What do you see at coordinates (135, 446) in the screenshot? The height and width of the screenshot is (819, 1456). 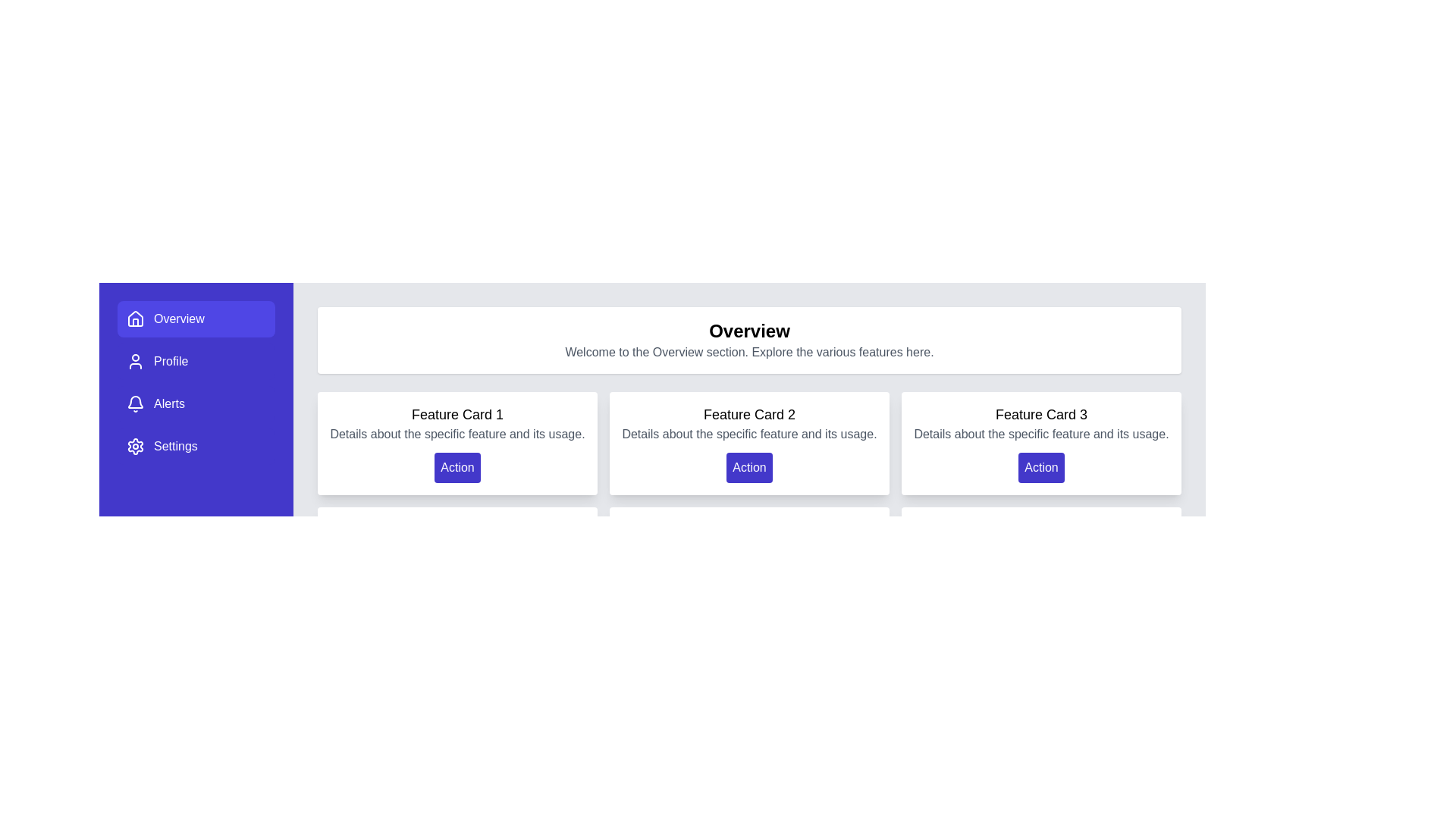 I see `the gear-shaped settings icon located in the vertical navigation sidebar` at bounding box center [135, 446].